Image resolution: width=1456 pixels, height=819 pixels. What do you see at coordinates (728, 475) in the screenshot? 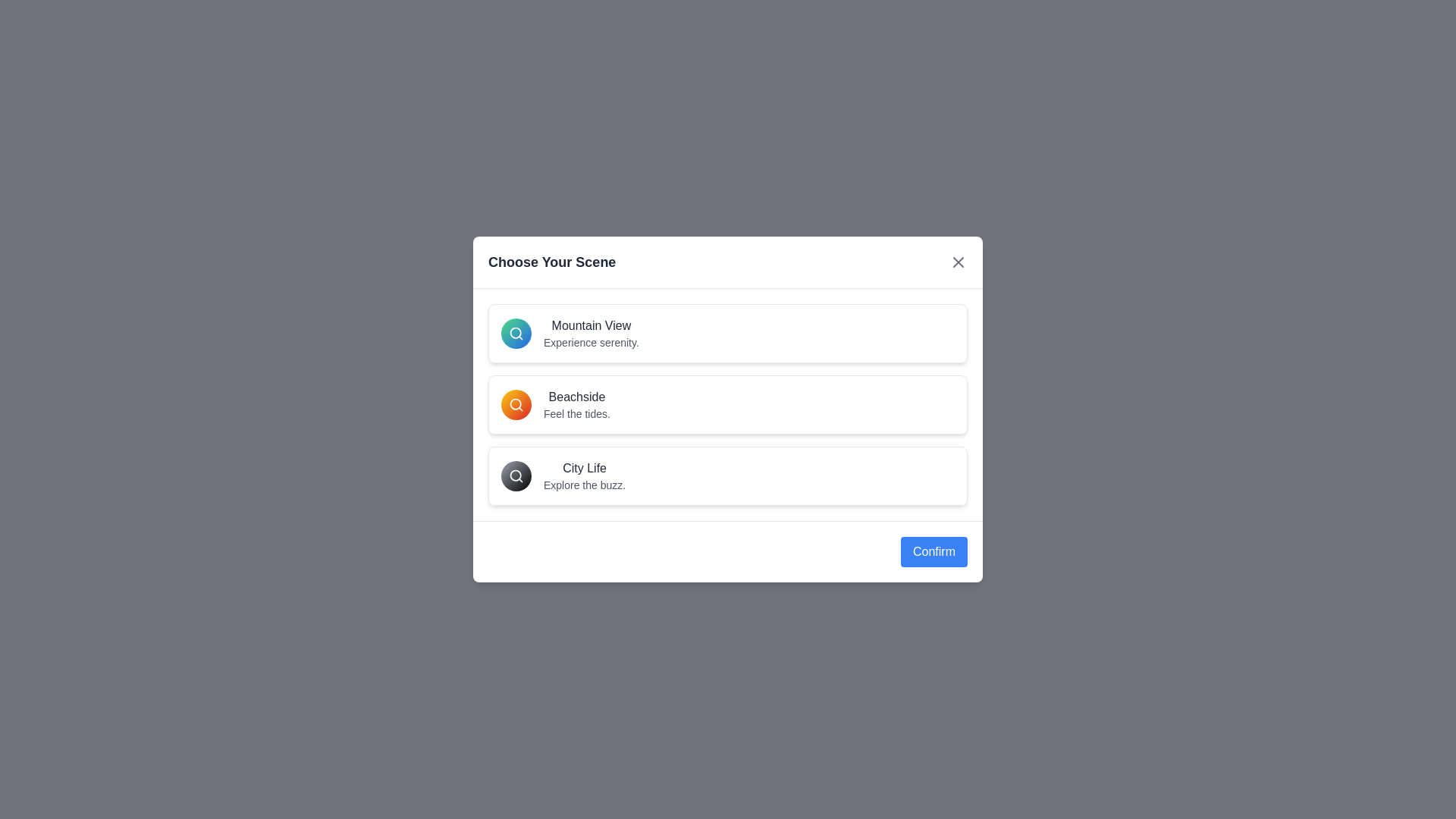
I see `the item City Life from the list` at bounding box center [728, 475].